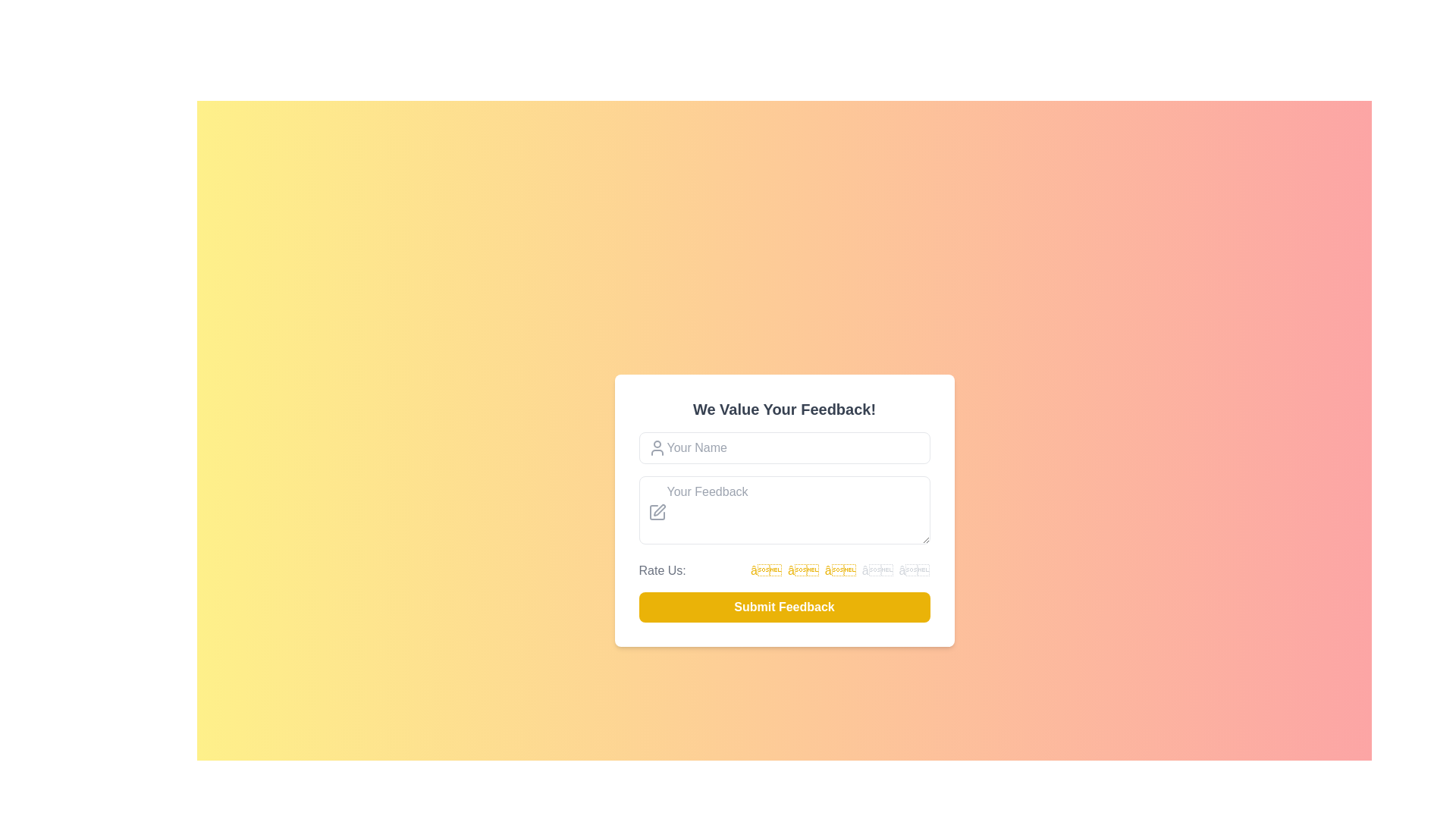 Image resolution: width=1456 pixels, height=819 pixels. Describe the element at coordinates (839, 570) in the screenshot. I see `the third star-shaped button in the yellow color rating feature to rate three stars` at that location.